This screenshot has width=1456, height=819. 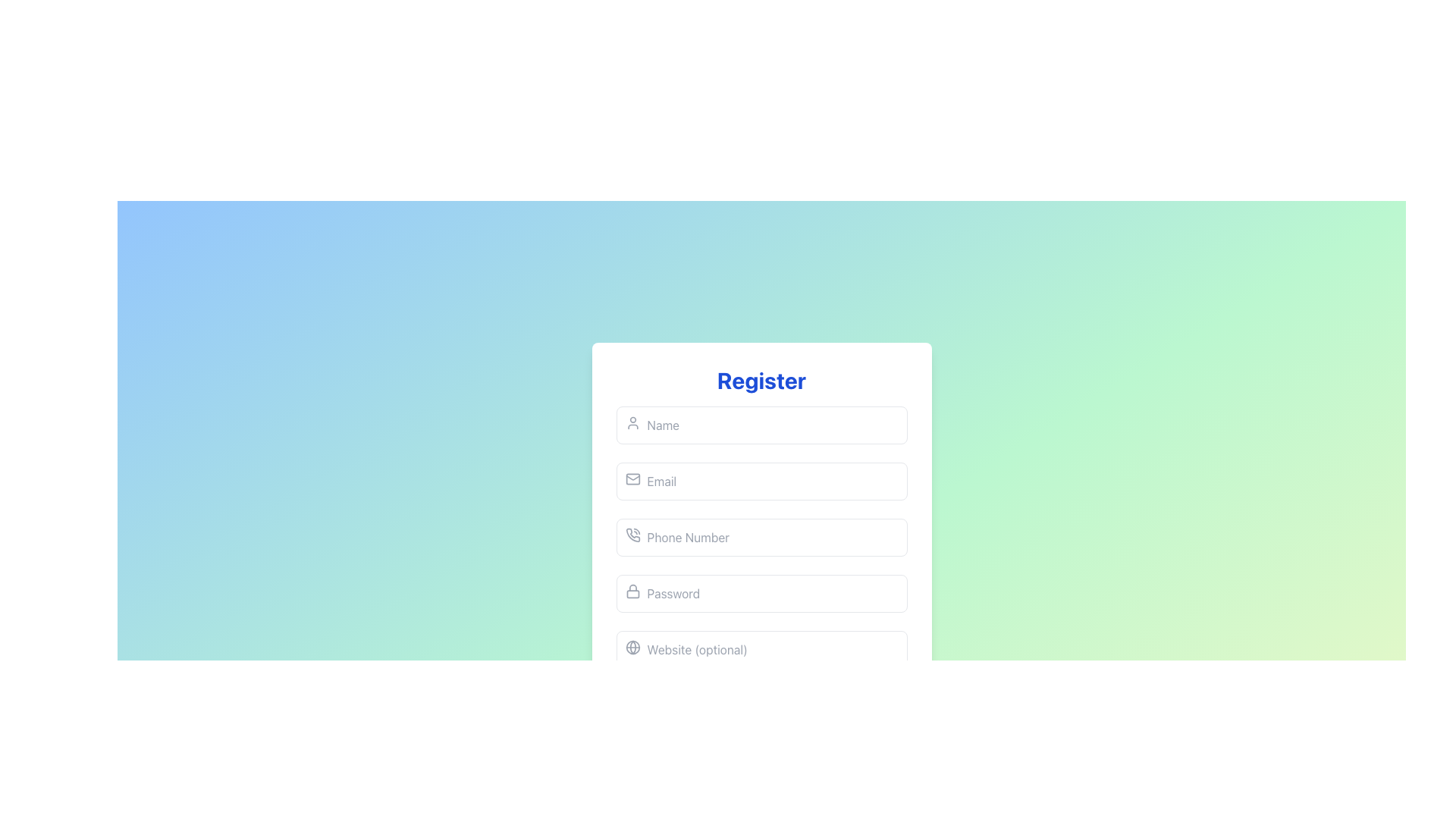 I want to click on the password input field located centrally within the form to focus on it, so click(x=761, y=593).